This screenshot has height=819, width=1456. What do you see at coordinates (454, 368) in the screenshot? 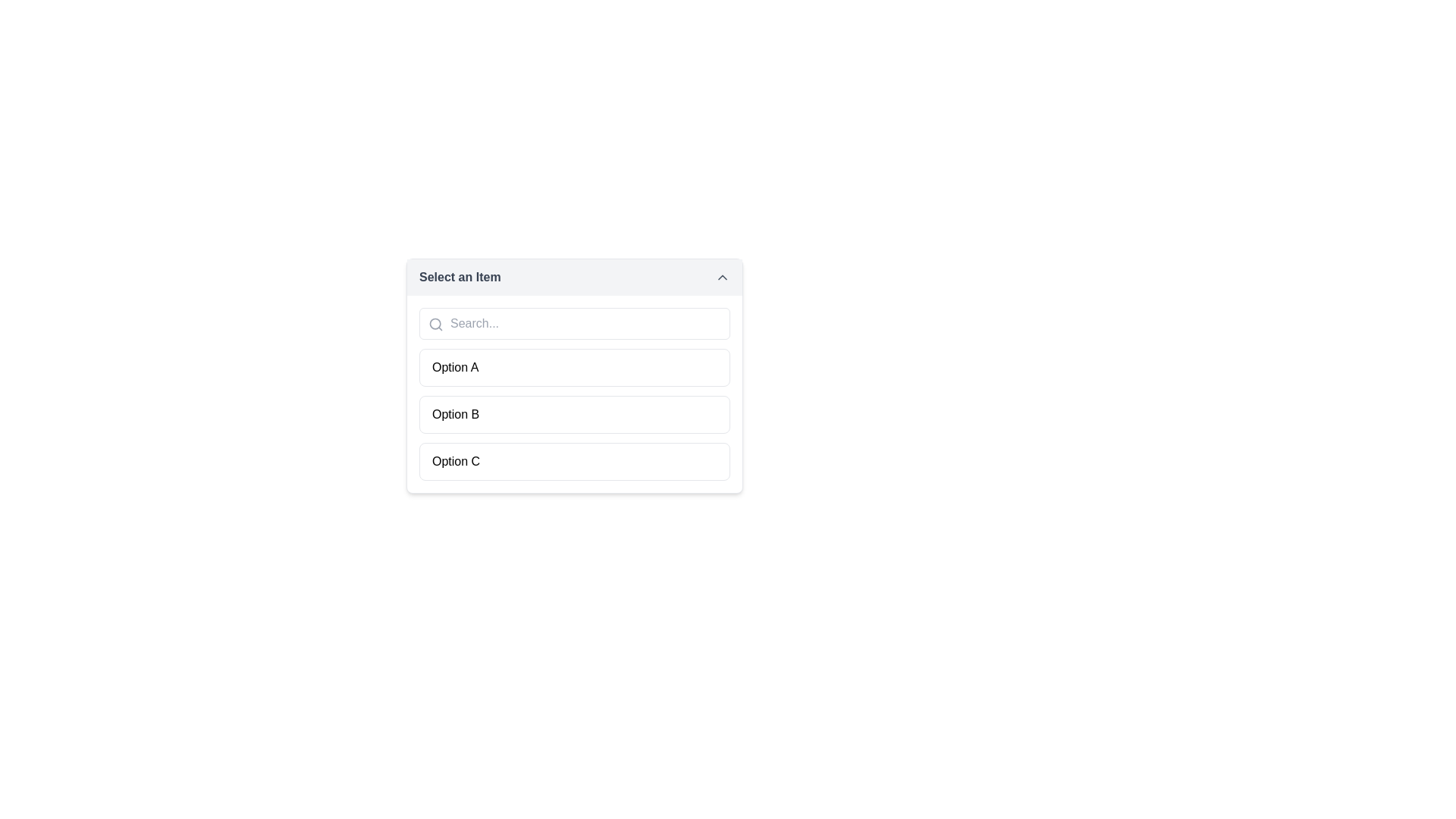
I see `on the text label 'Option A' which is the first entry in the dropdown list under the search bar titled 'Select an Item'` at bounding box center [454, 368].